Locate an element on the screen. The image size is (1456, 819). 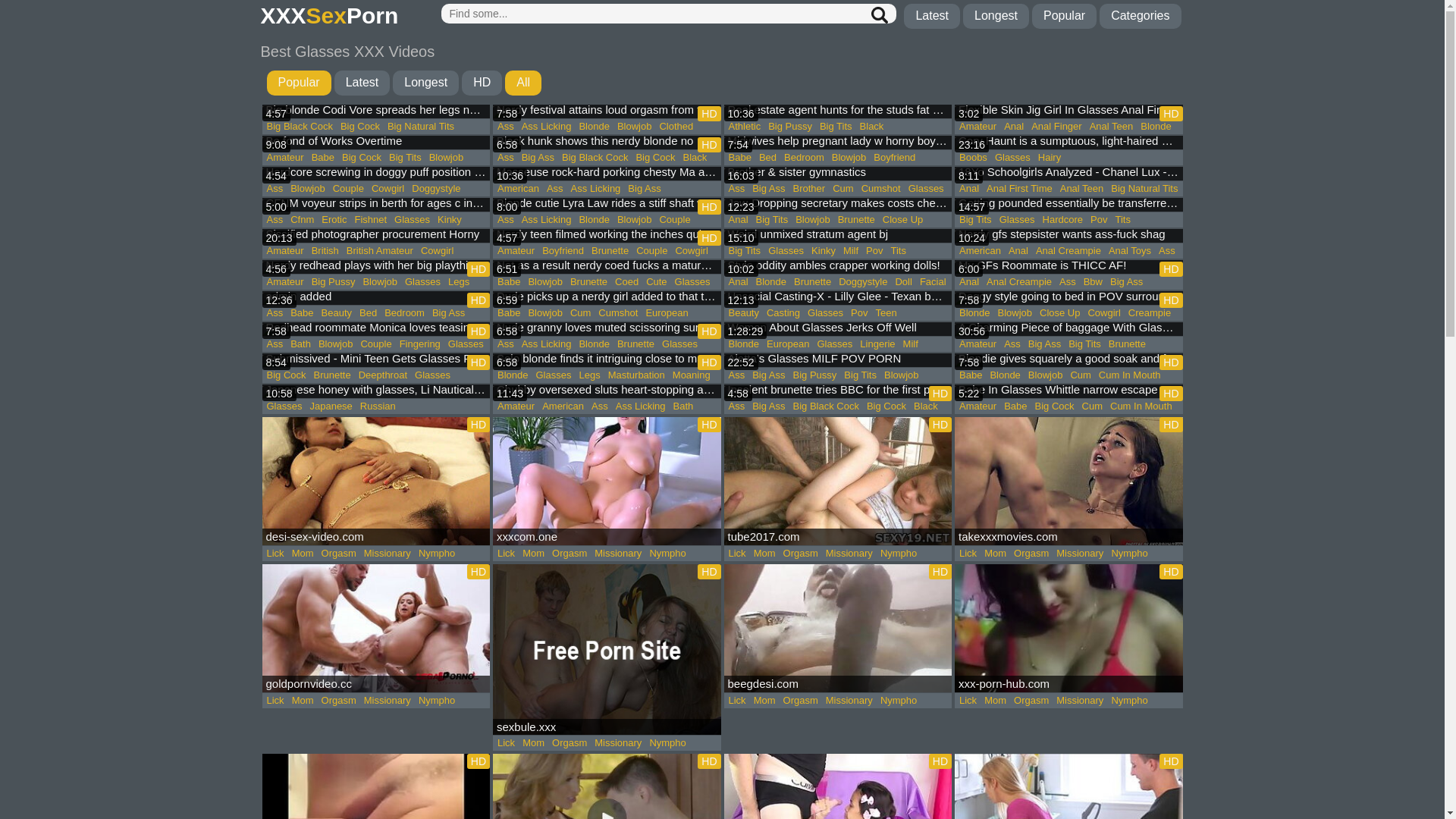
'Milf' is located at coordinates (851, 250).